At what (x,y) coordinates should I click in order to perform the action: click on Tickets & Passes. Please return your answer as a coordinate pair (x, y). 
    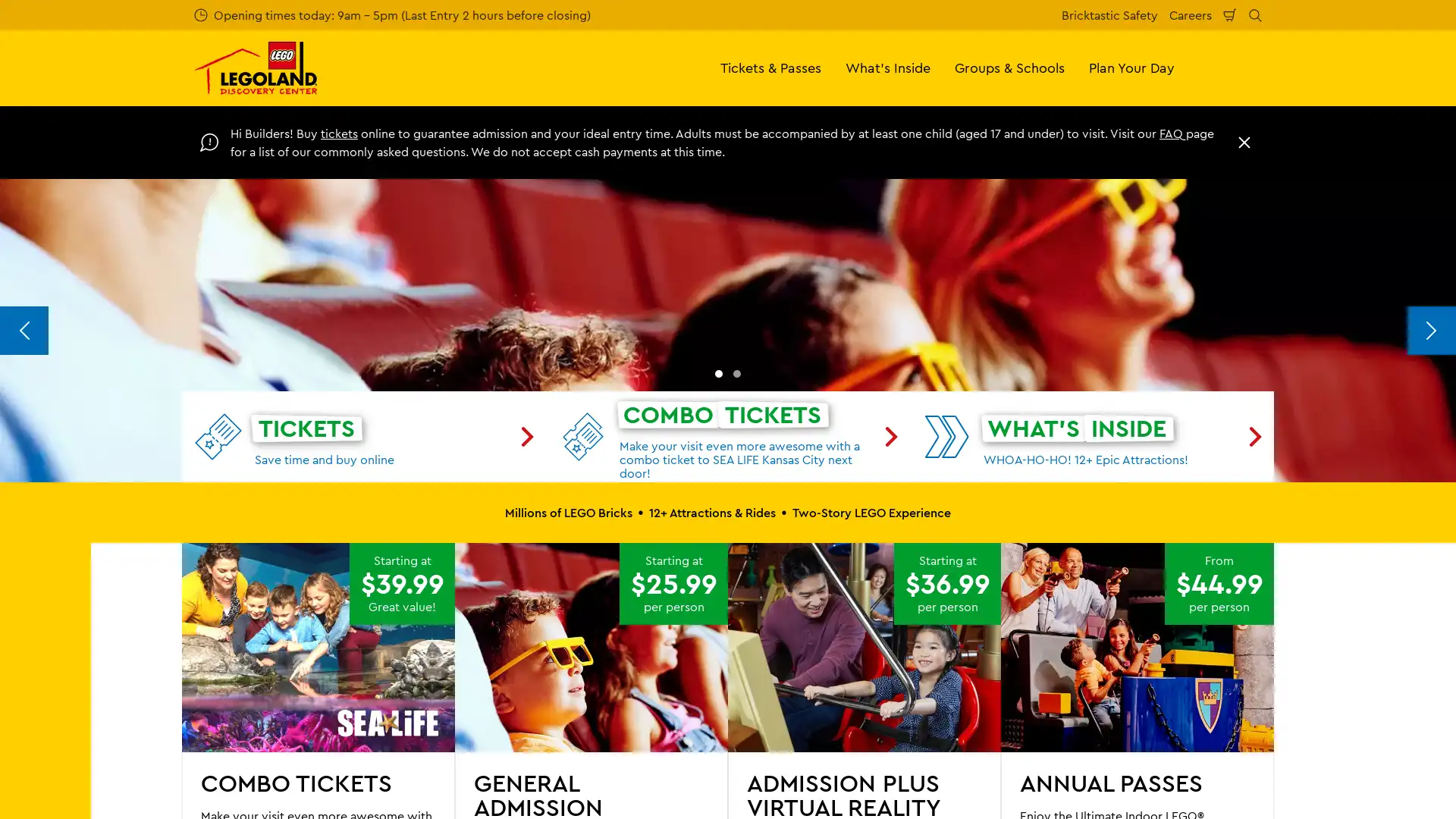
    Looking at the image, I should click on (770, 67).